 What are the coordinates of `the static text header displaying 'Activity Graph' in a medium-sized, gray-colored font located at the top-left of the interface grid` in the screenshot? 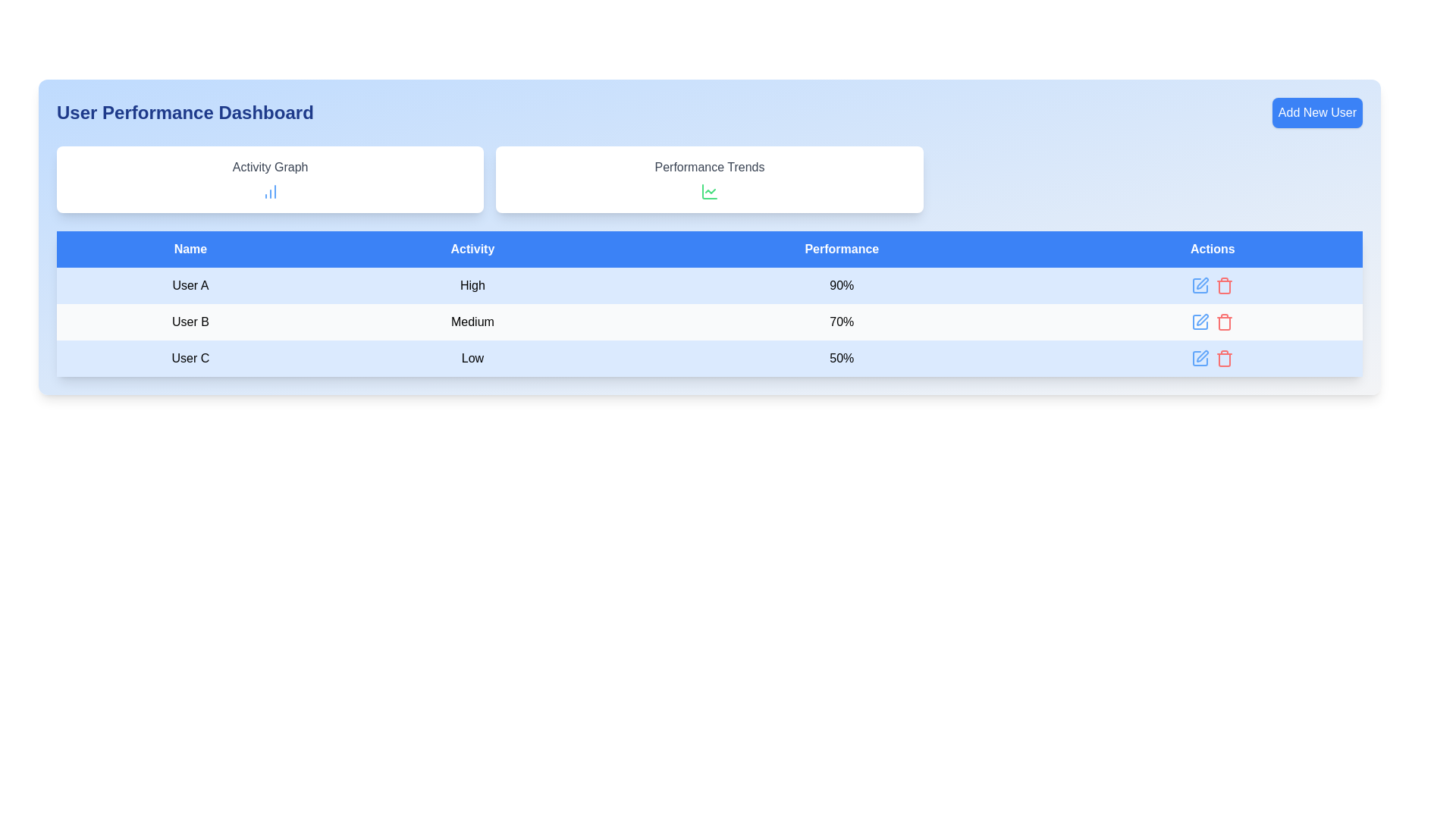 It's located at (270, 167).